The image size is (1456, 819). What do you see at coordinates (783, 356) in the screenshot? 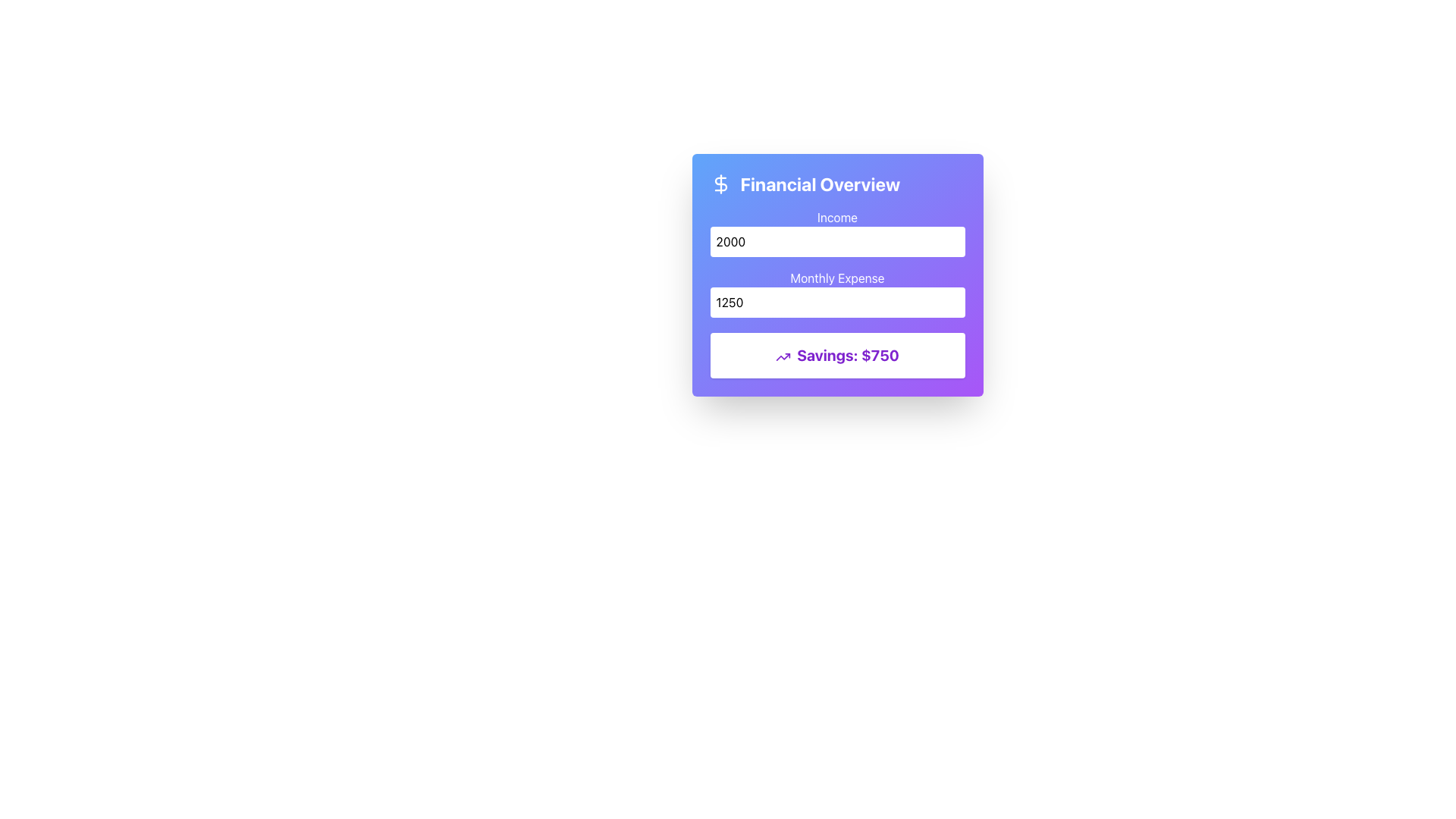
I see `the icon that visually represents the concept related to the text 'Savings: $750', which indicates upward progress or growth and is positioned to the left of that text` at bounding box center [783, 356].